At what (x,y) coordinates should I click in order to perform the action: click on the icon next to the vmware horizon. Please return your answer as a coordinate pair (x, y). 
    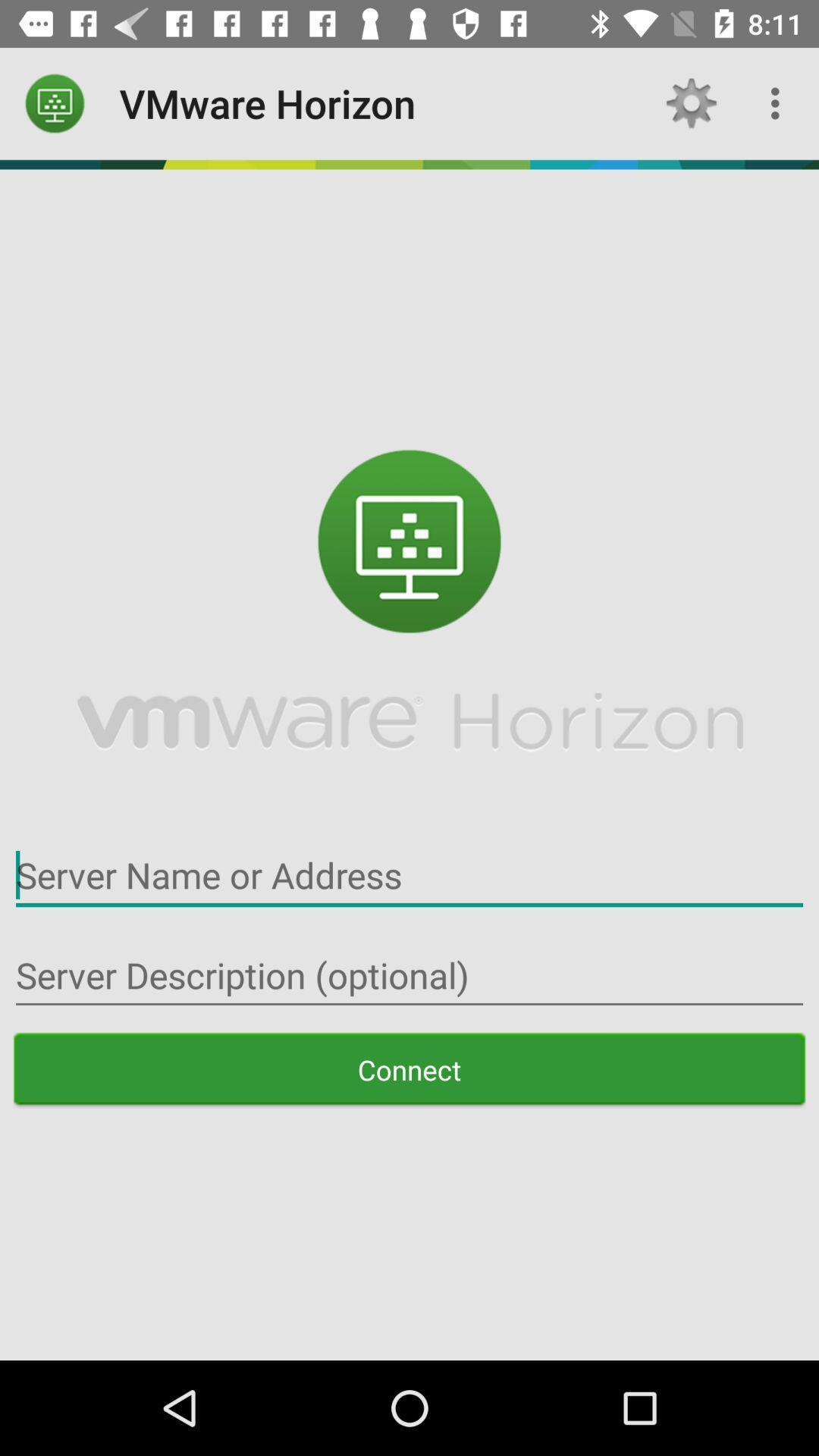
    Looking at the image, I should click on (691, 102).